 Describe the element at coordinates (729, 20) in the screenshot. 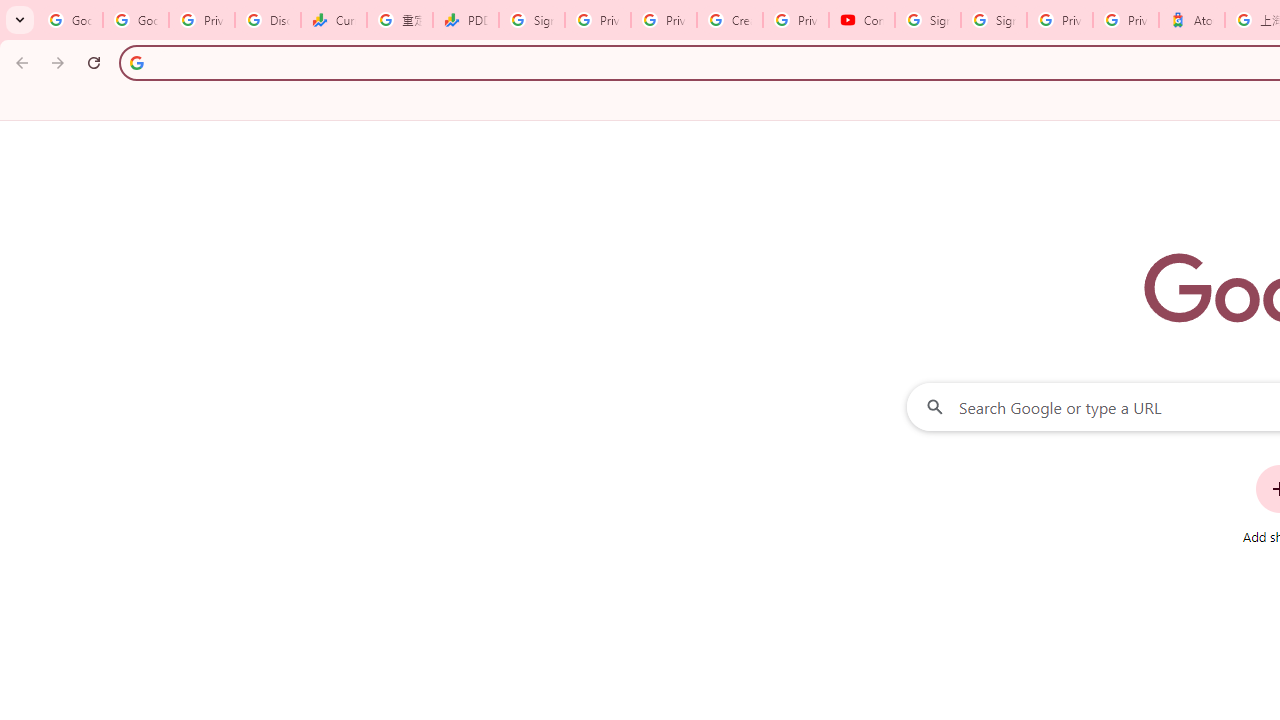

I see `'Create your Google Account'` at that location.